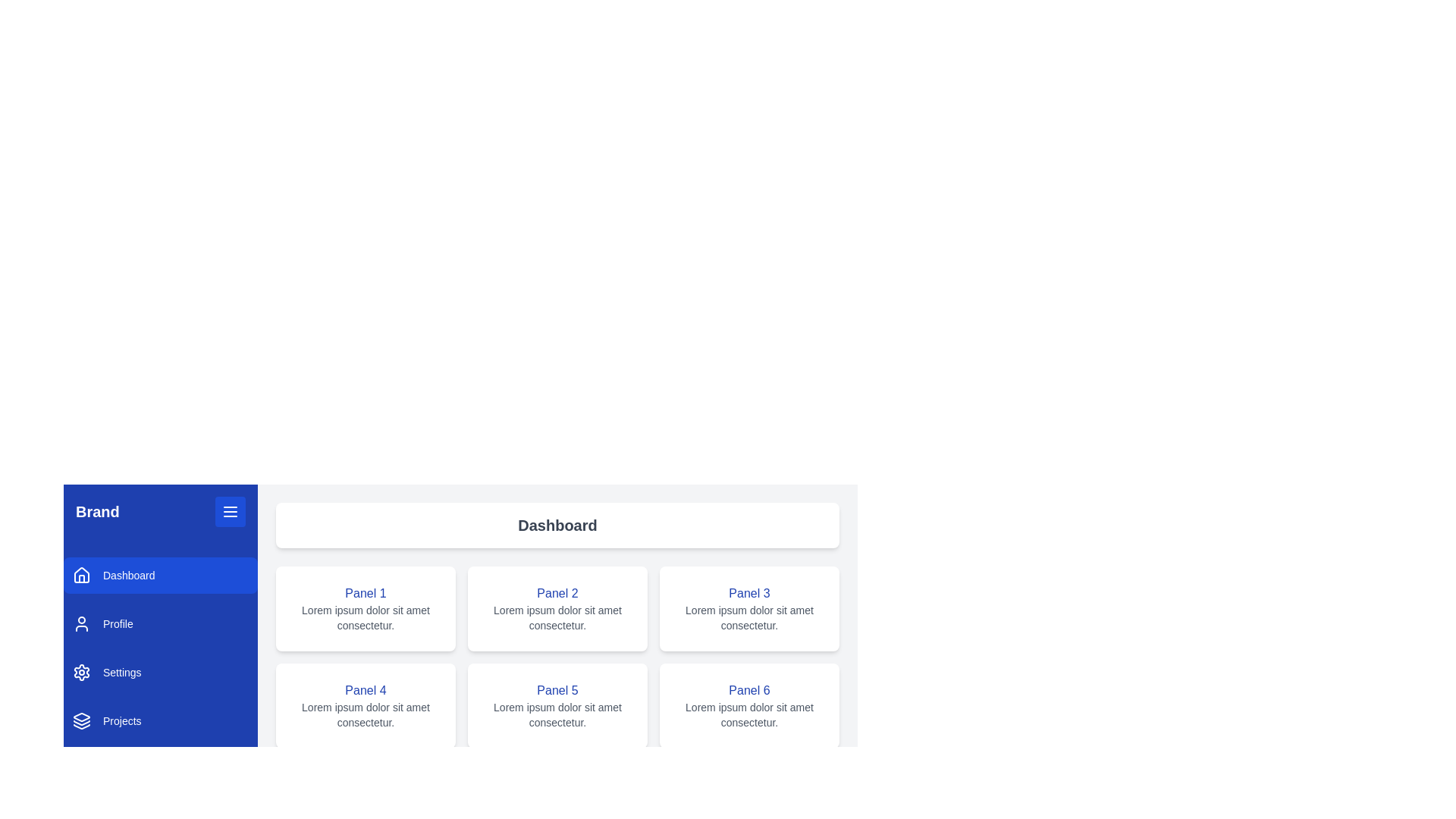  Describe the element at coordinates (366, 617) in the screenshot. I see `the text display element that reads 'Lorem ipsum dolor sit amet consectetur.' which is styled with a small font size and gray color, located within a white card-like panel` at that location.